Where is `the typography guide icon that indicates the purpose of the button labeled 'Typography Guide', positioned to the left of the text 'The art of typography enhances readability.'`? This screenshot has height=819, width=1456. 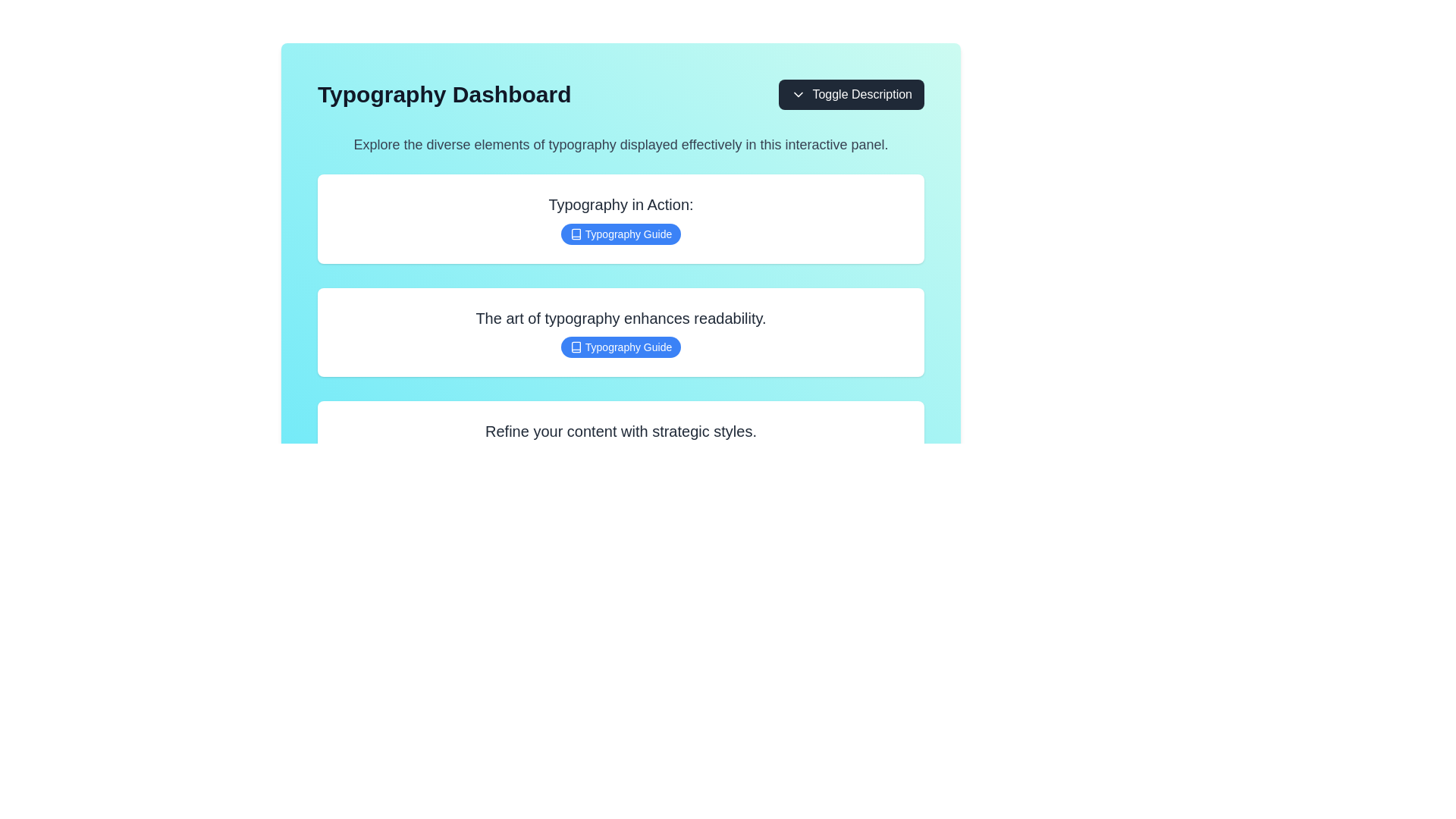
the typography guide icon that indicates the purpose of the button labeled 'Typography Guide', positioned to the left of the text 'The art of typography enhances readability.' is located at coordinates (575, 347).